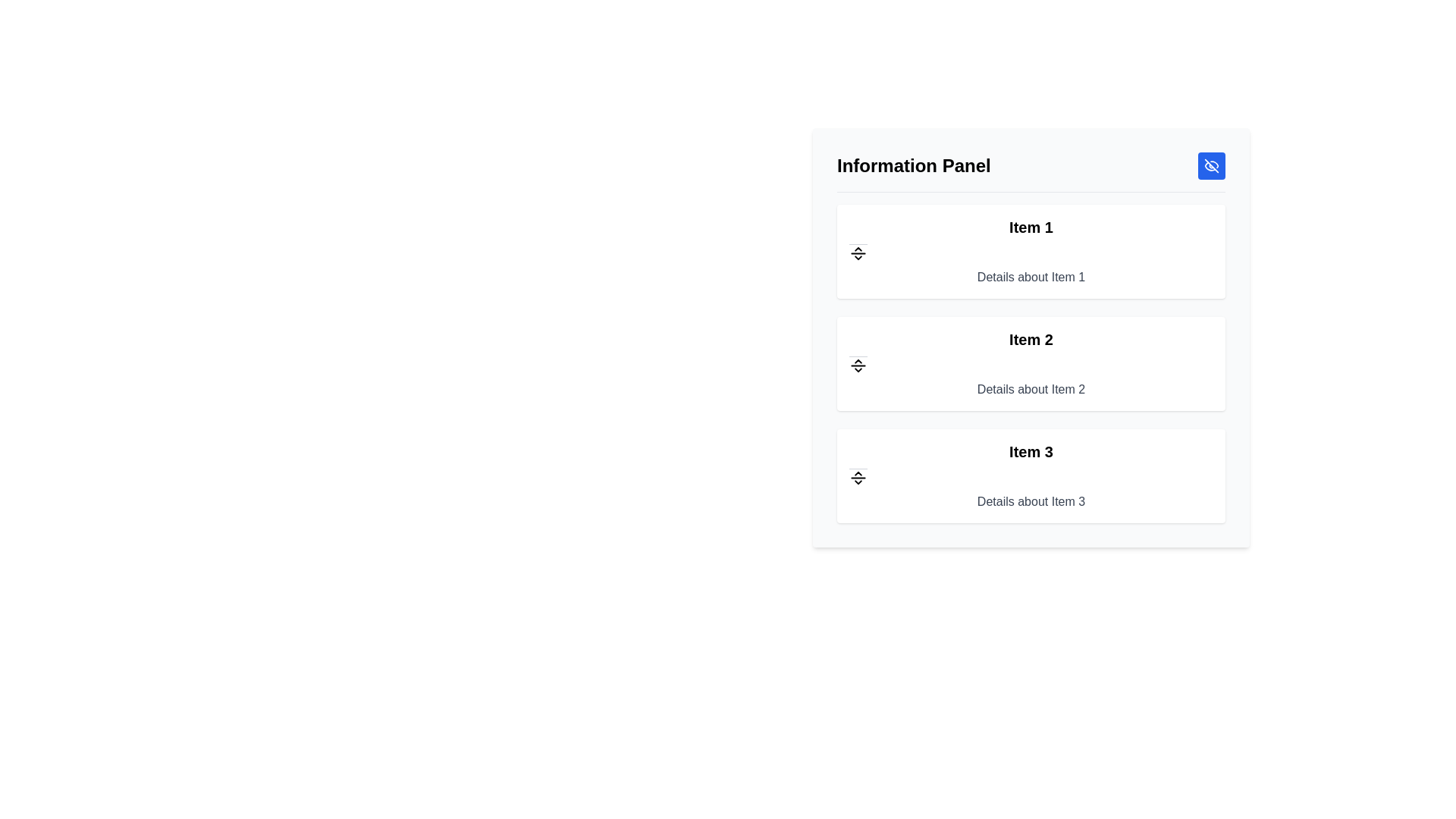 The width and height of the screenshot is (1456, 819). I want to click on the toggle button located in the top-right corner of the 'Information Panel' section, so click(1211, 166).